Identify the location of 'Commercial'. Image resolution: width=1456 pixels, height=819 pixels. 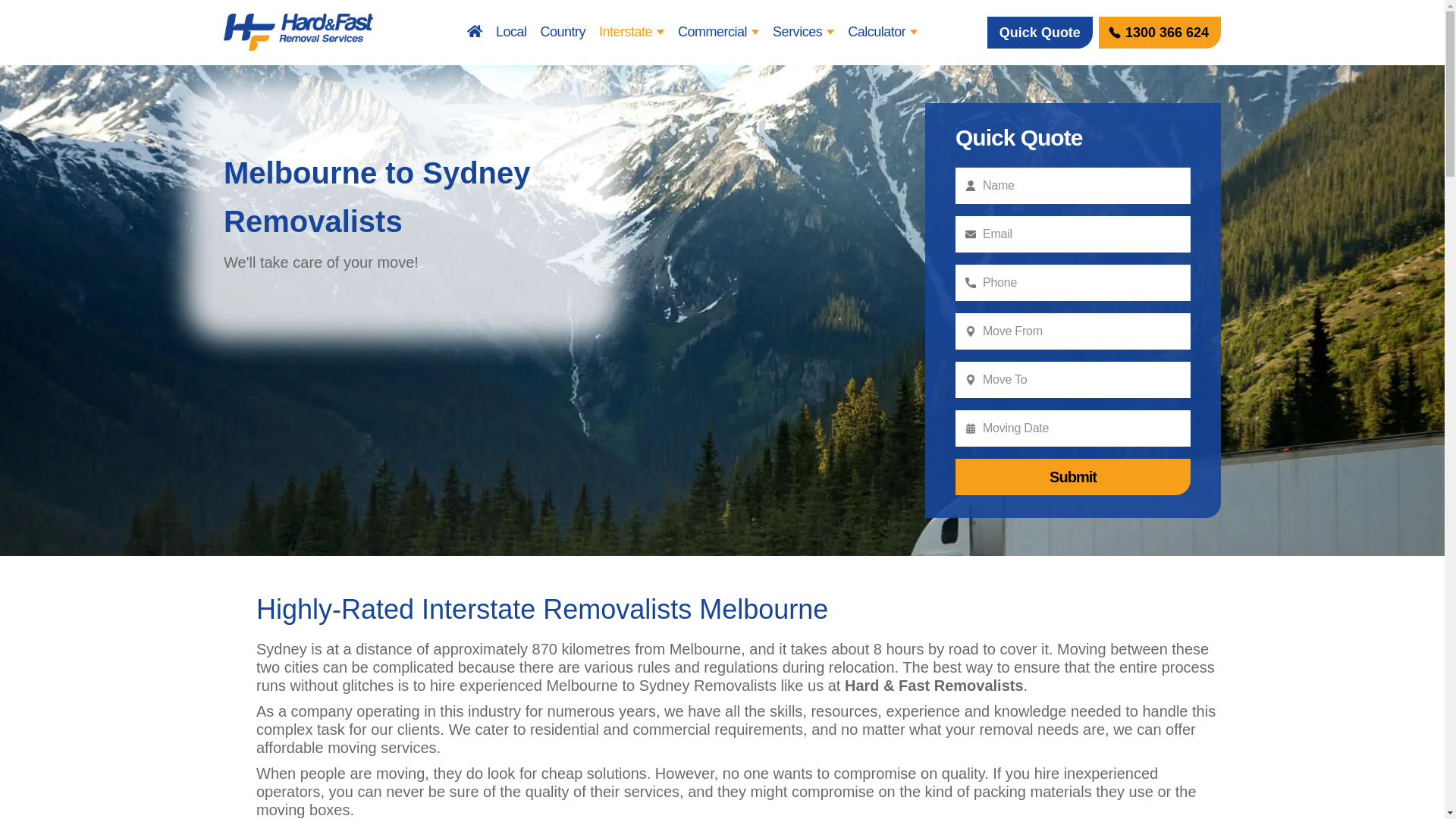
(717, 32).